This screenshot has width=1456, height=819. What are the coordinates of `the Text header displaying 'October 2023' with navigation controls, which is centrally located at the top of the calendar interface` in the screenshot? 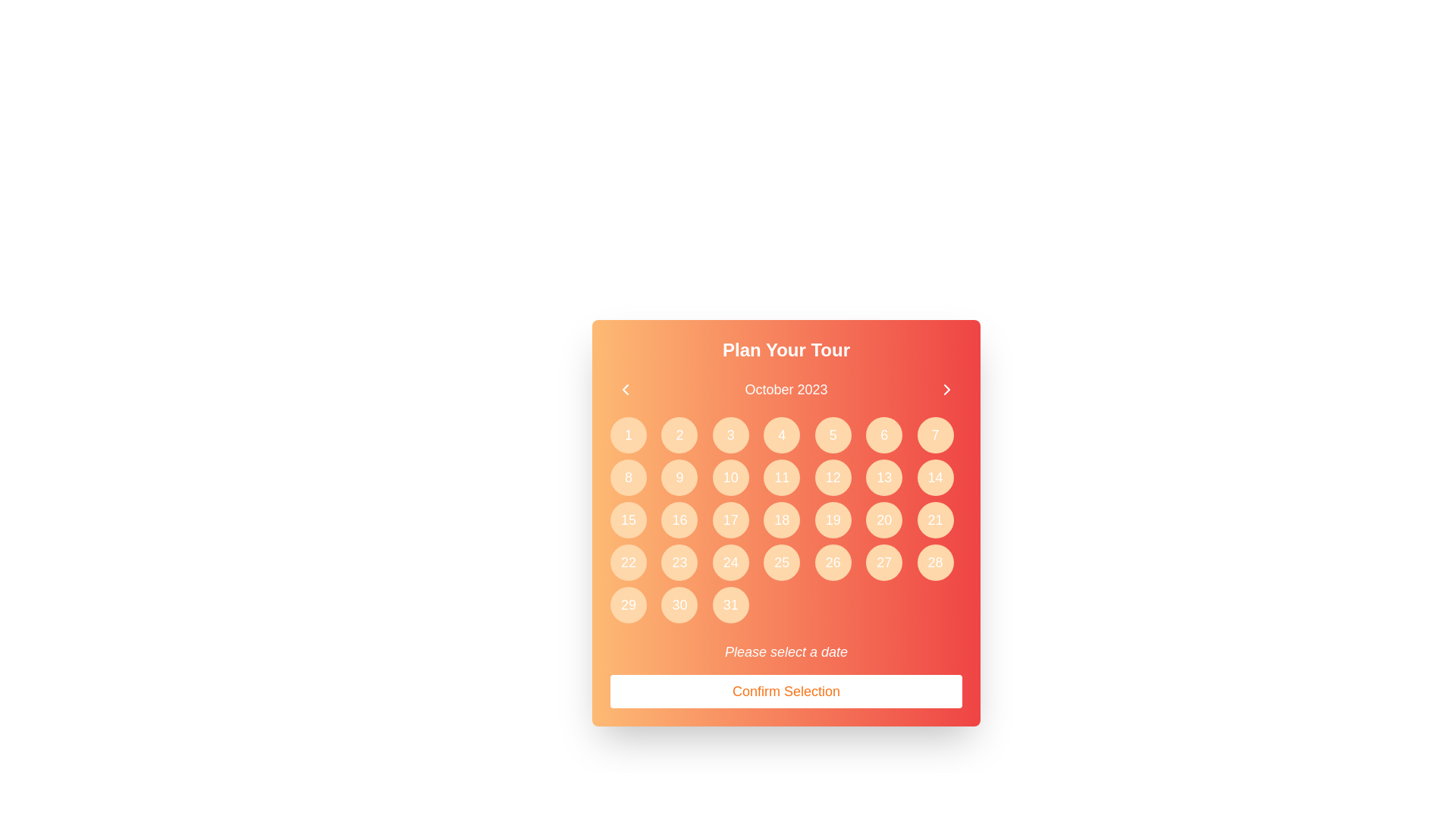 It's located at (786, 388).